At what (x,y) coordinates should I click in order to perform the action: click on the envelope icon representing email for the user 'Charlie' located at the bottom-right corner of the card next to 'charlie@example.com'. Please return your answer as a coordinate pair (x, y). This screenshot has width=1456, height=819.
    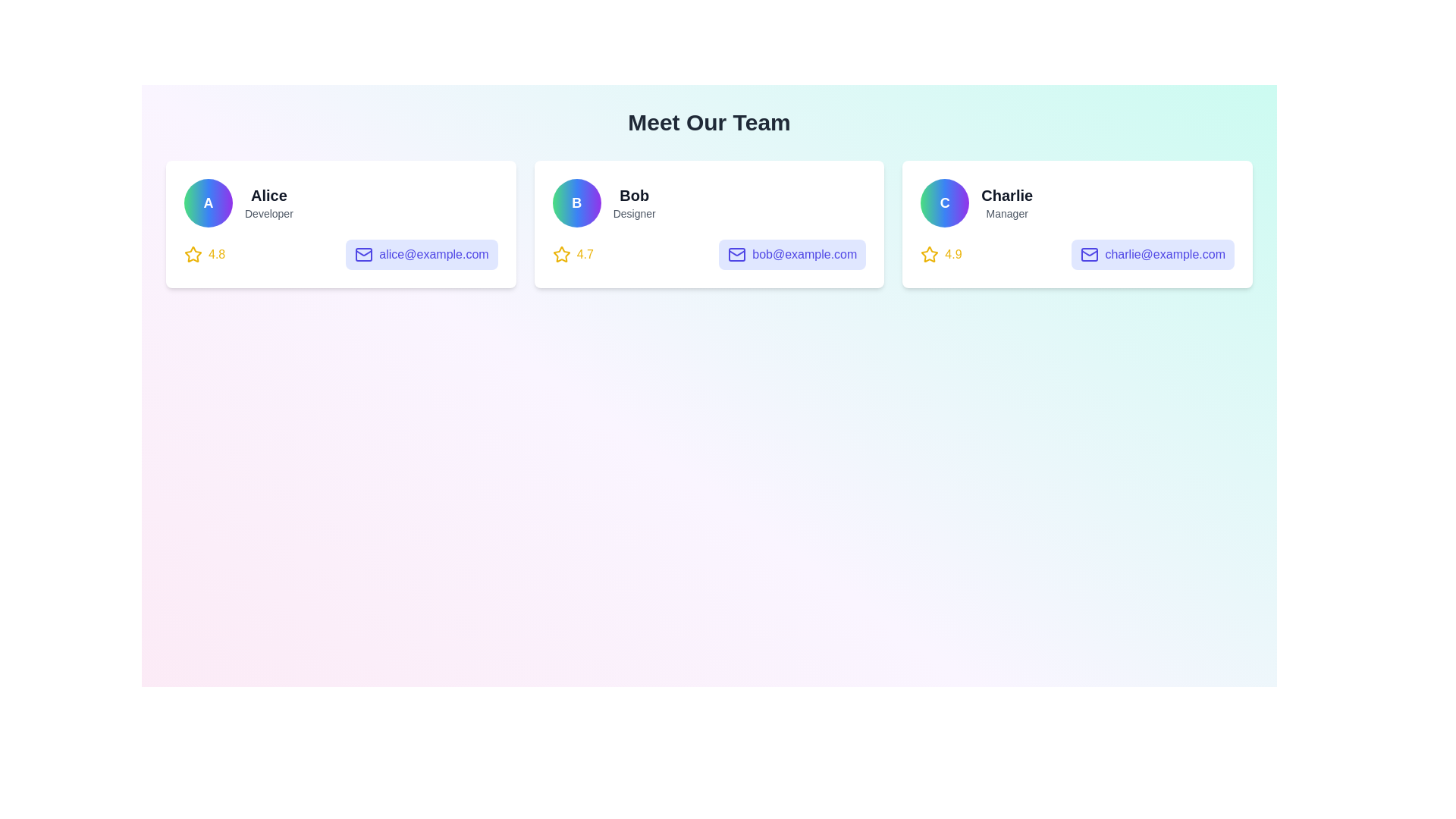
    Looking at the image, I should click on (1089, 253).